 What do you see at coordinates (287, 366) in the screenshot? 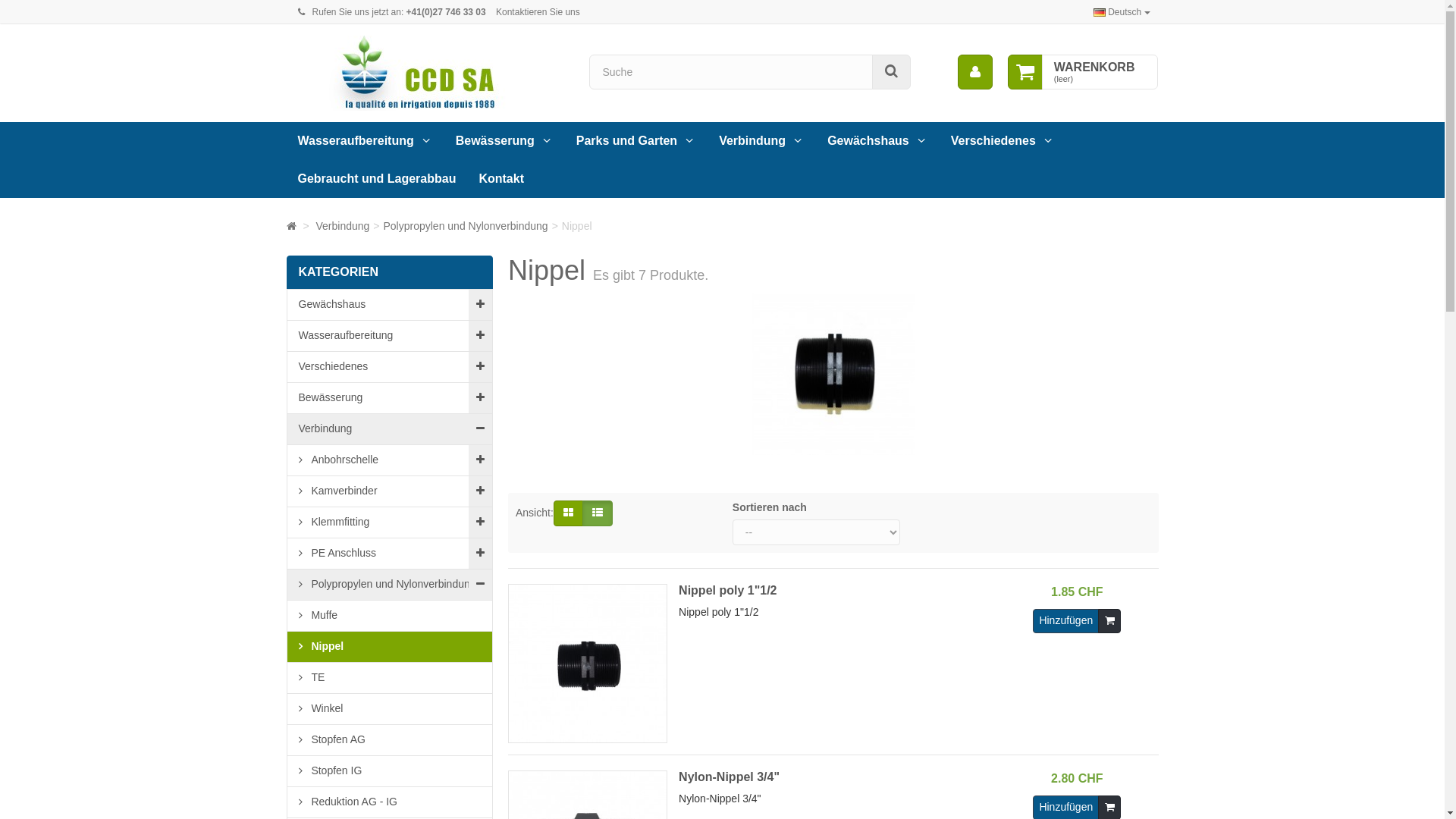
I see `'Verschiedenes'` at bounding box center [287, 366].